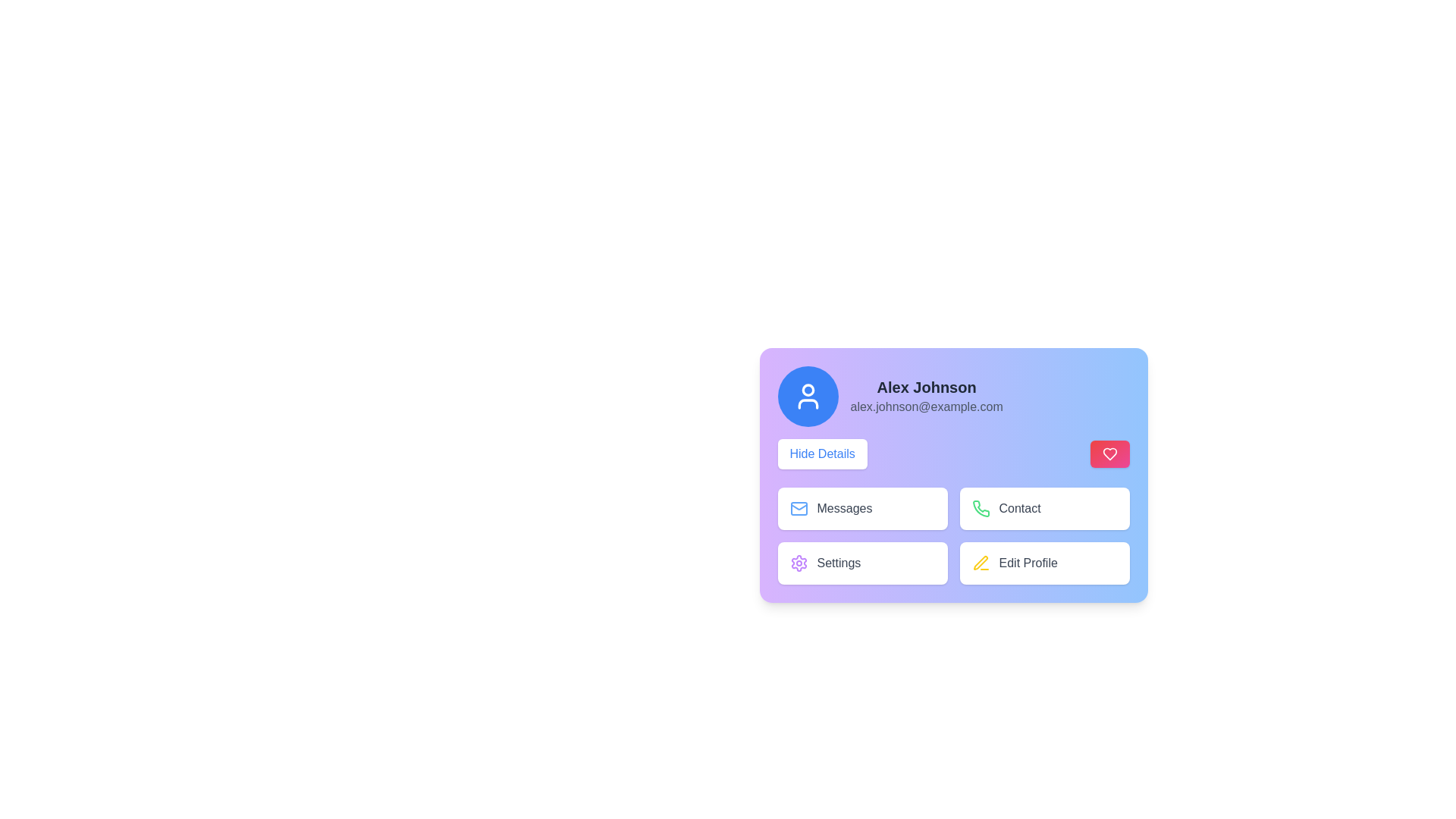 Image resolution: width=1456 pixels, height=819 pixels. I want to click on the 'Contact' text label, which is gray and located to the right of a phone icon, so click(1020, 509).